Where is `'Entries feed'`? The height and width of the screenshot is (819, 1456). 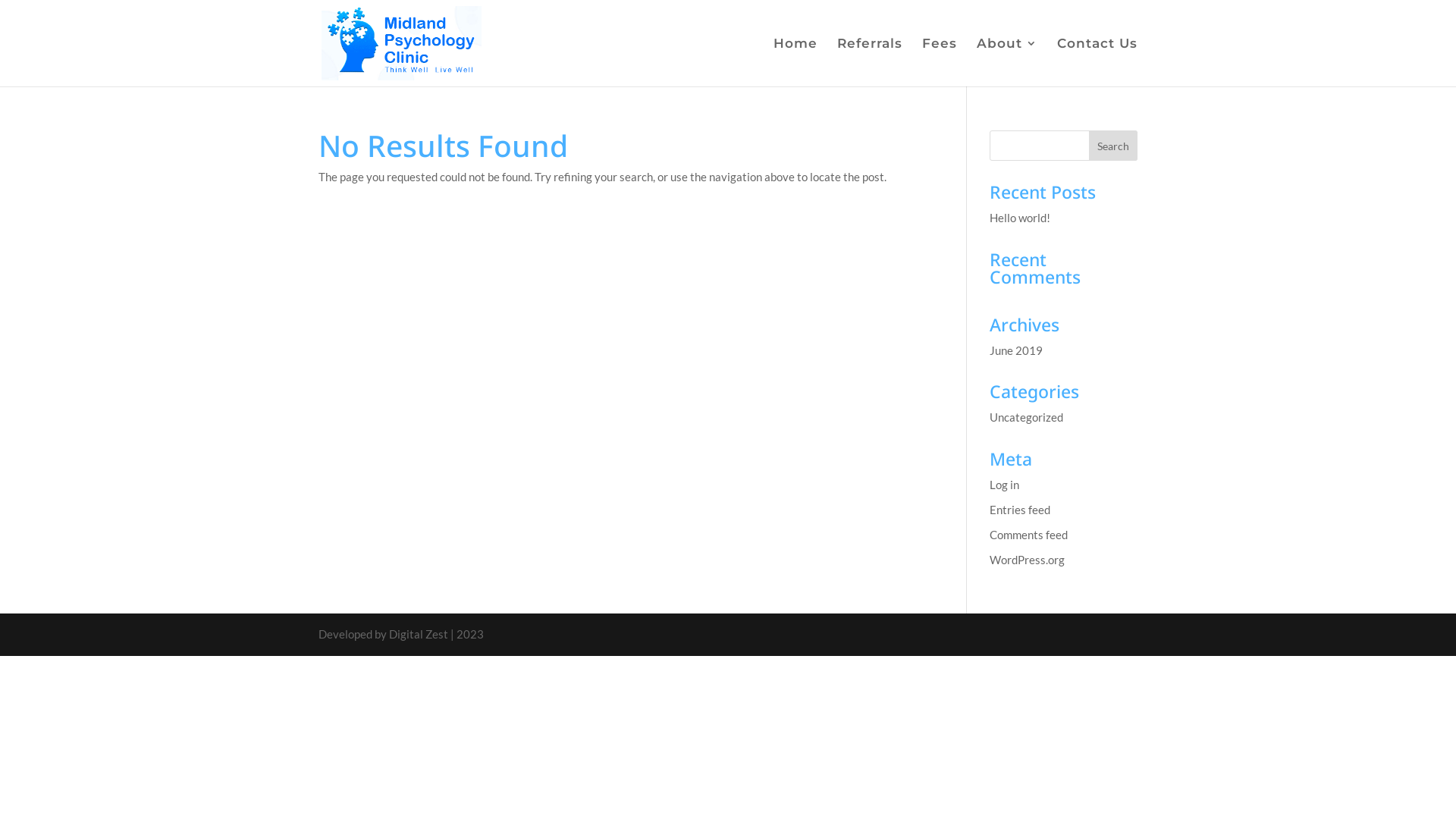 'Entries feed' is located at coordinates (1019, 509).